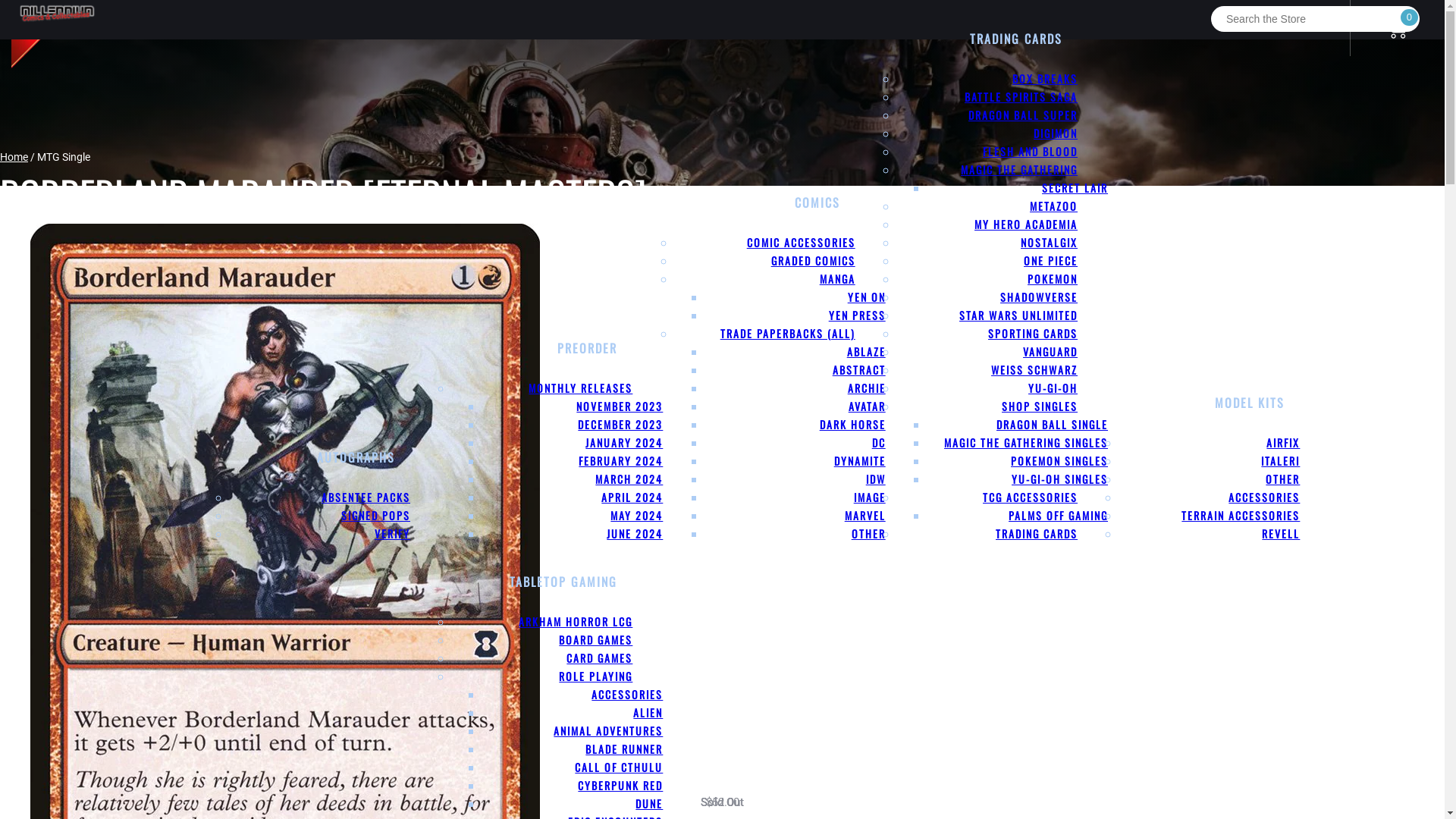  Describe the element at coordinates (1018, 314) in the screenshot. I see `'STAR WARS UNLIMITED'` at that location.